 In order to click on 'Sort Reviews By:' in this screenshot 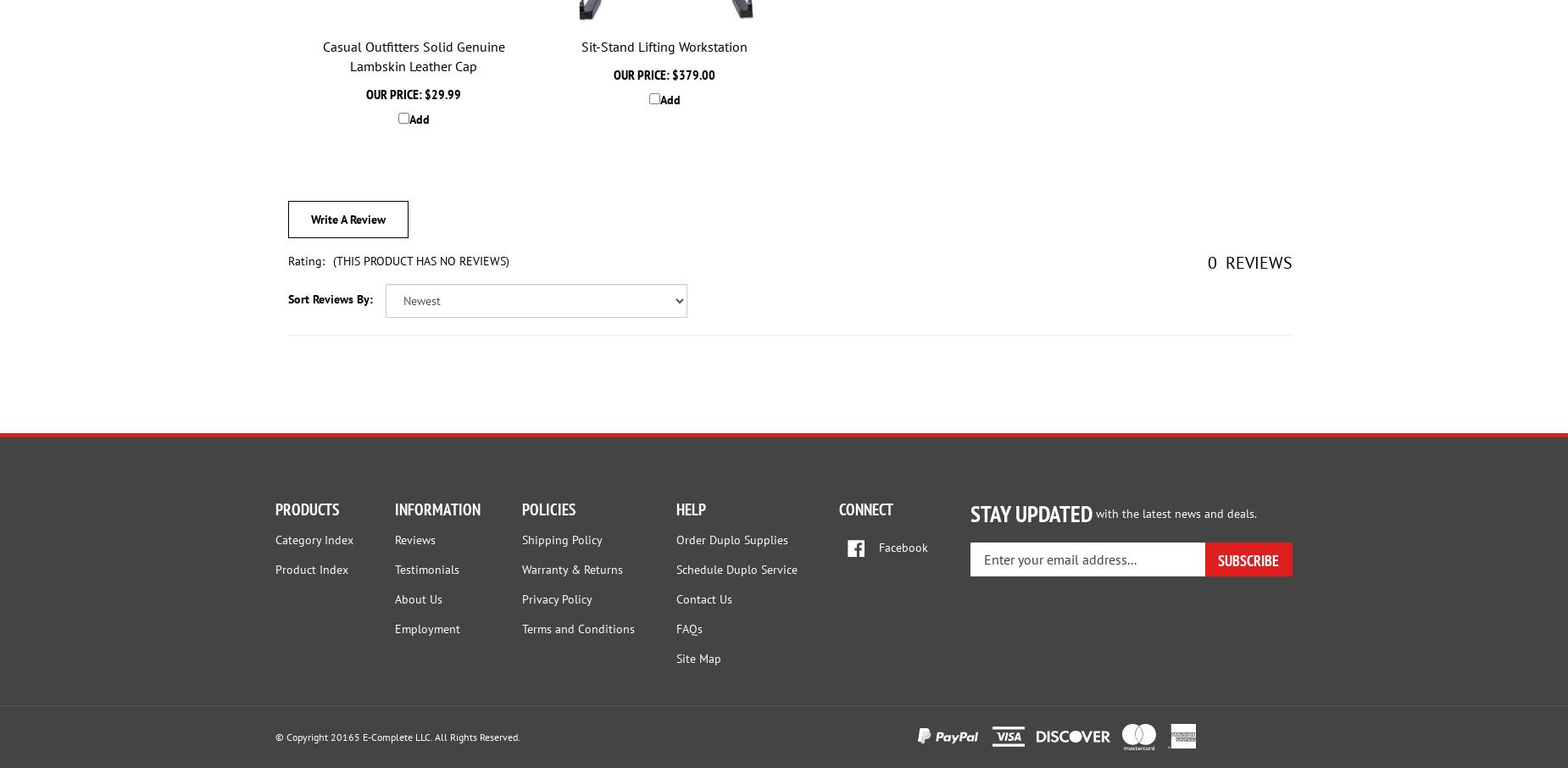, I will do `click(329, 298)`.